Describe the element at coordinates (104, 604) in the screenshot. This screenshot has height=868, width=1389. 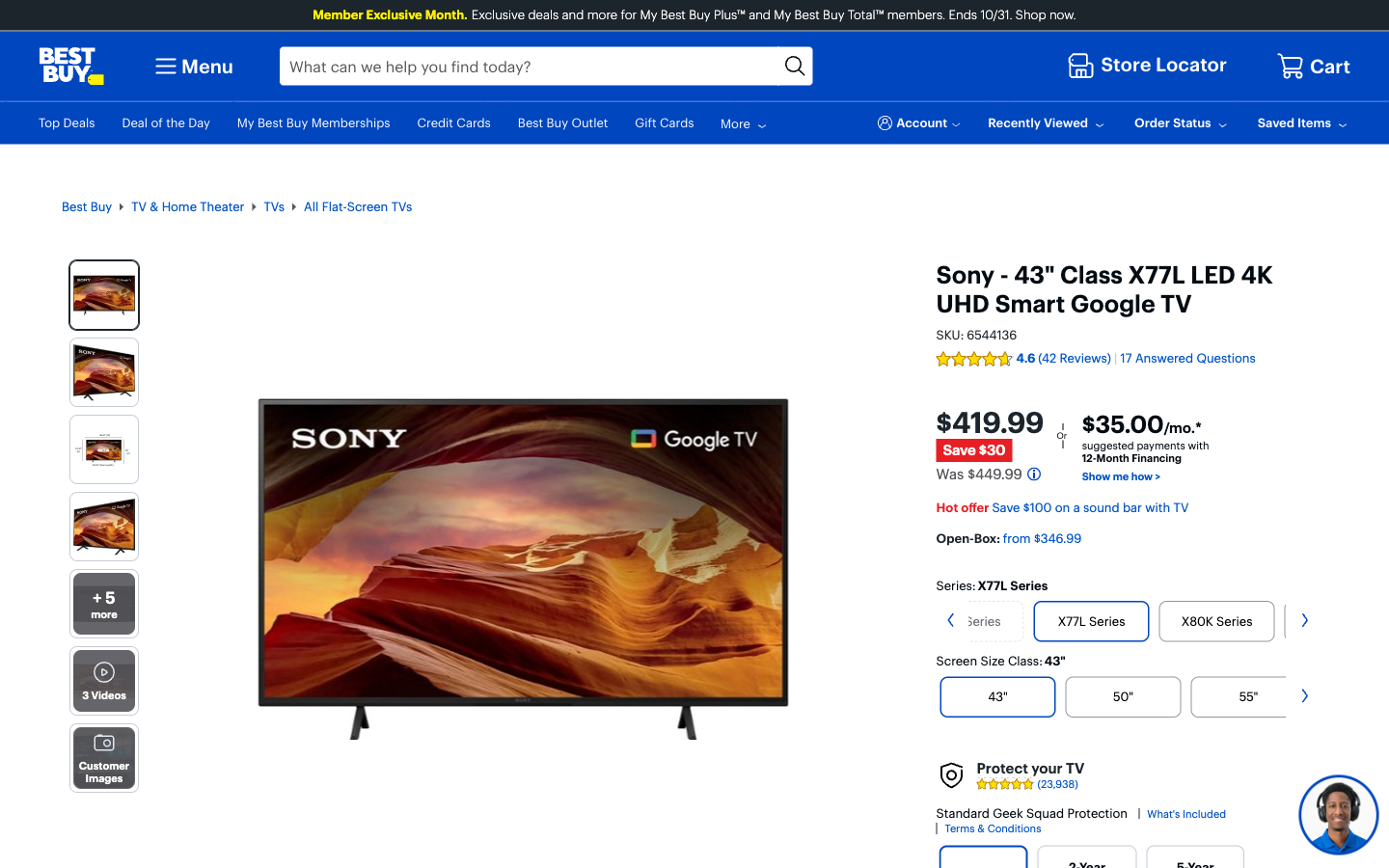
I see `Explore additional pictures of the Sony television` at that location.